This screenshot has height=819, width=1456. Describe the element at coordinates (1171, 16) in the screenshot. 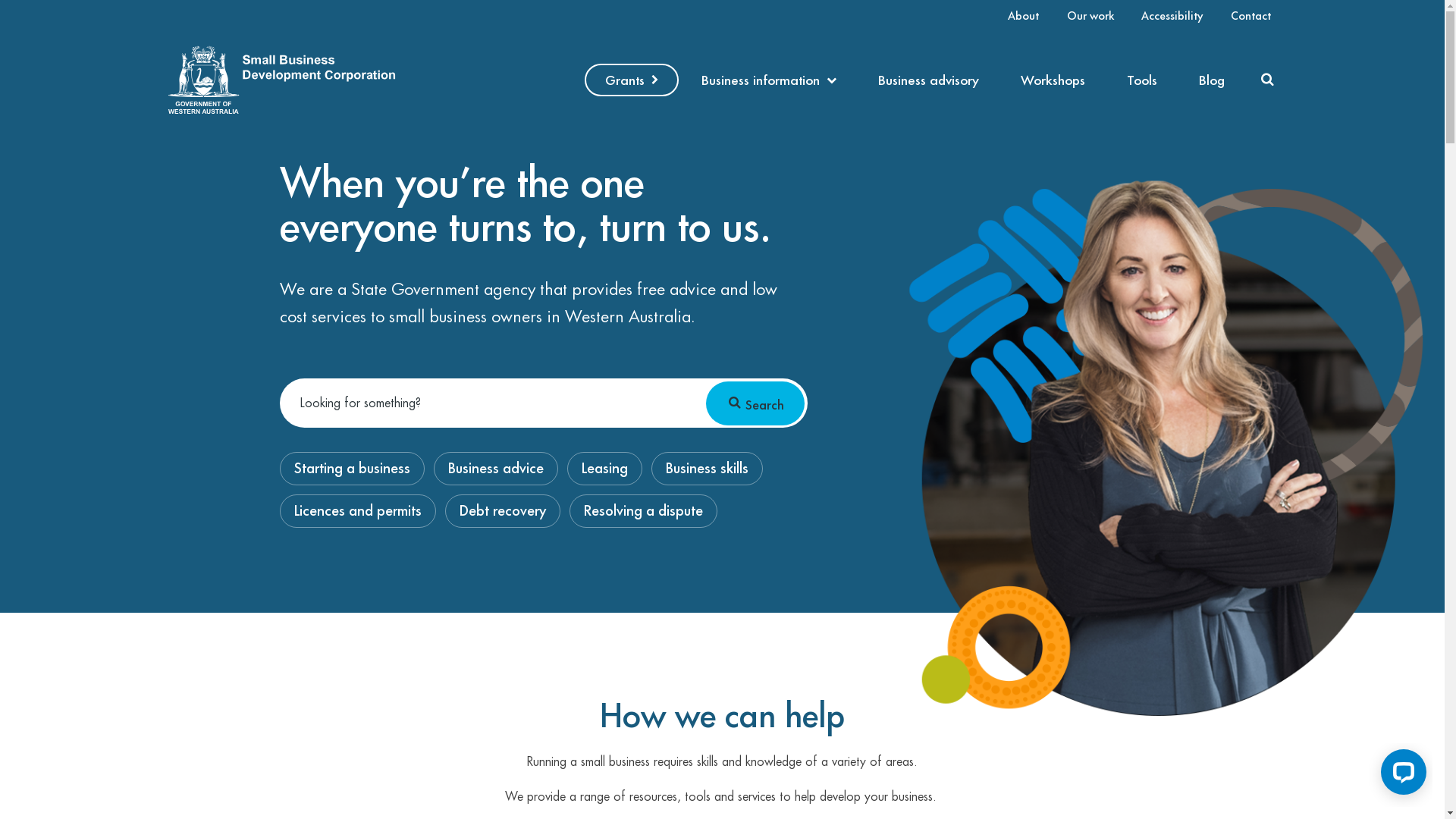

I see `'Accessibility'` at that location.